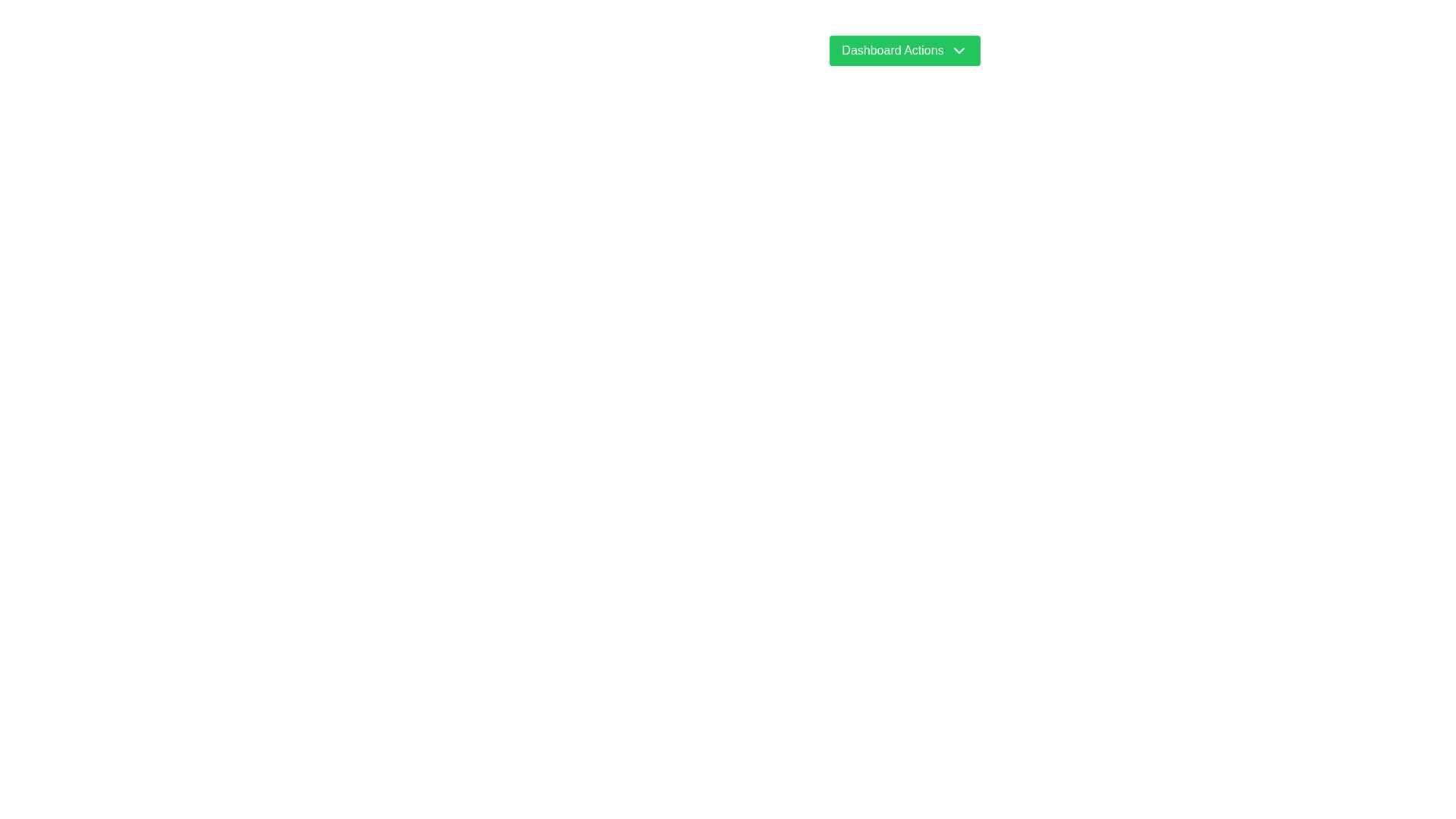 The image size is (1456, 819). I want to click on the green button labeled 'Dashboard Actions' with a dropdown indicator, so click(905, 49).